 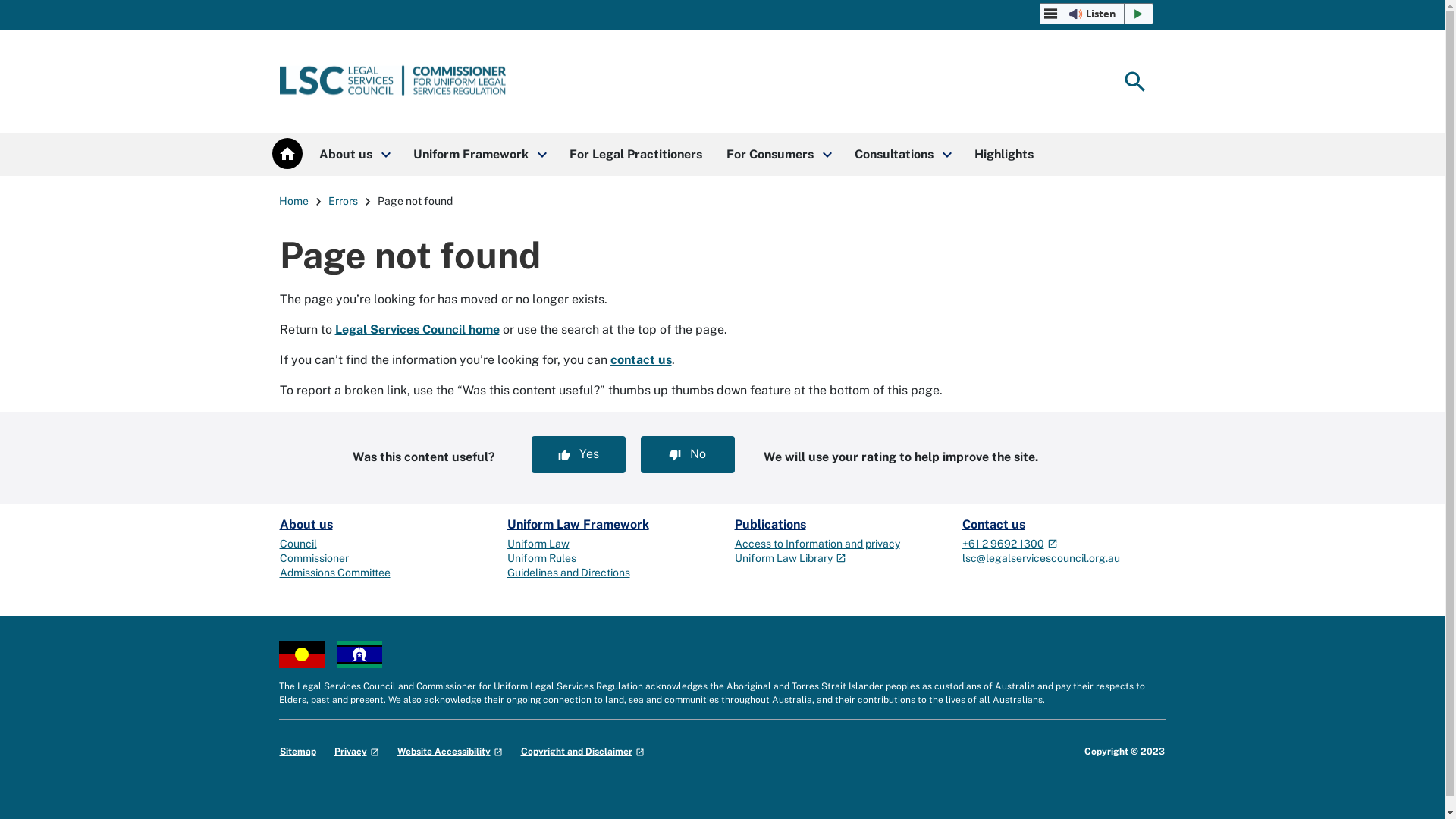 I want to click on 'Guidelines and Directions', so click(x=566, y=573).